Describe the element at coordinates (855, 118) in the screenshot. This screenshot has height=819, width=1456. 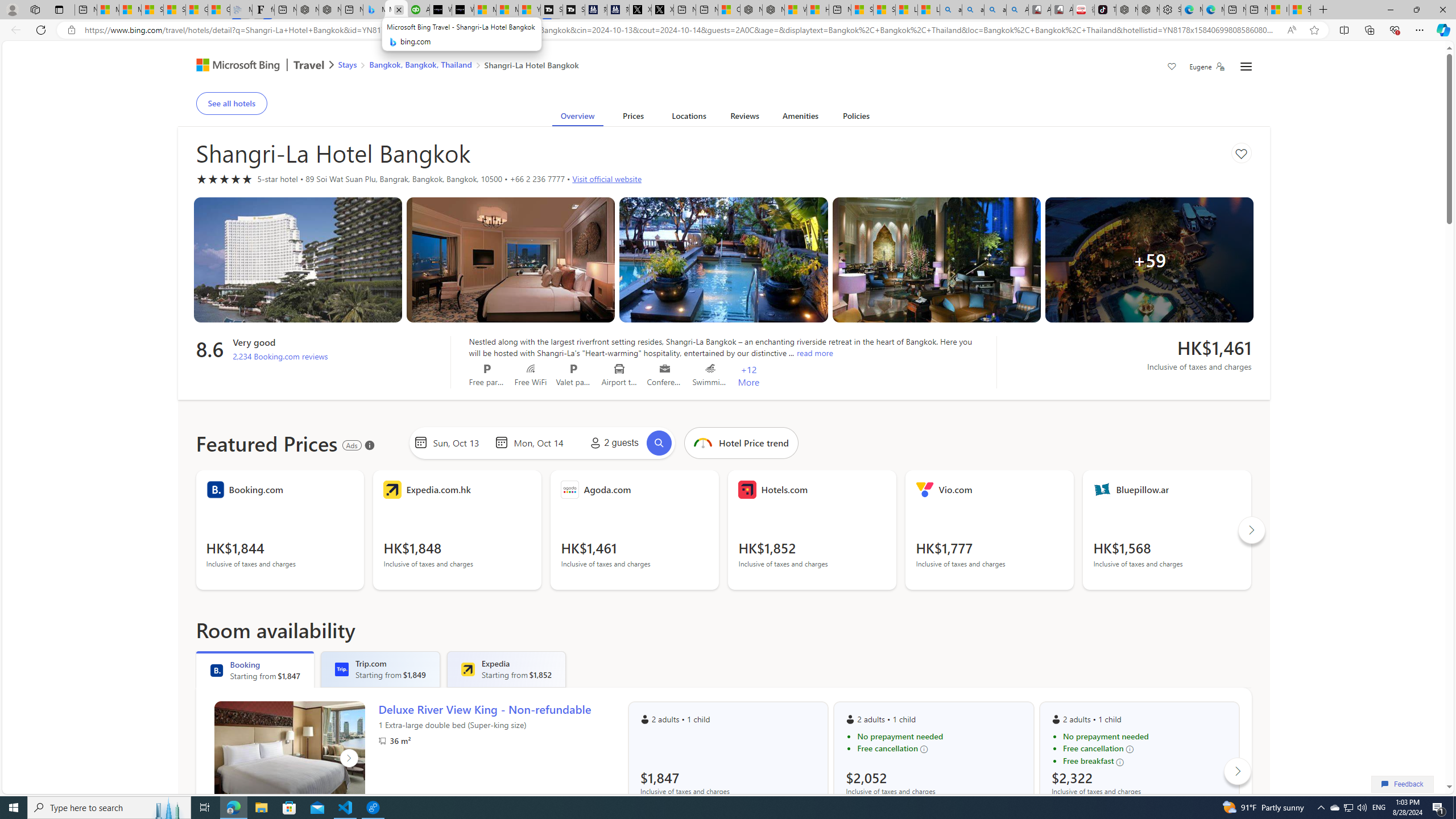
I see `'Policies'` at that location.